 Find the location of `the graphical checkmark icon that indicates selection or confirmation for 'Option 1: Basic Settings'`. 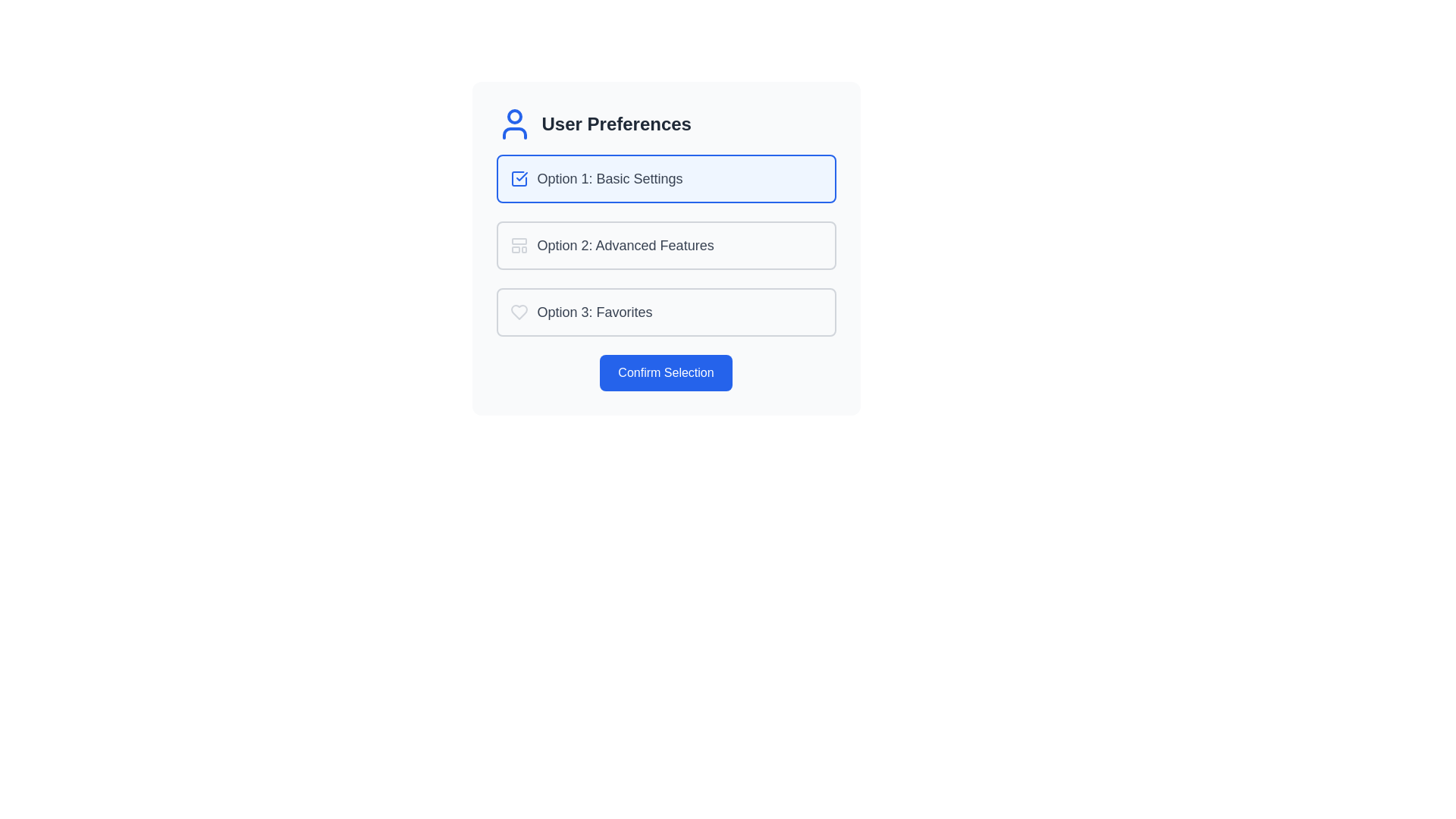

the graphical checkmark icon that indicates selection or confirmation for 'Option 1: Basic Settings' is located at coordinates (521, 175).